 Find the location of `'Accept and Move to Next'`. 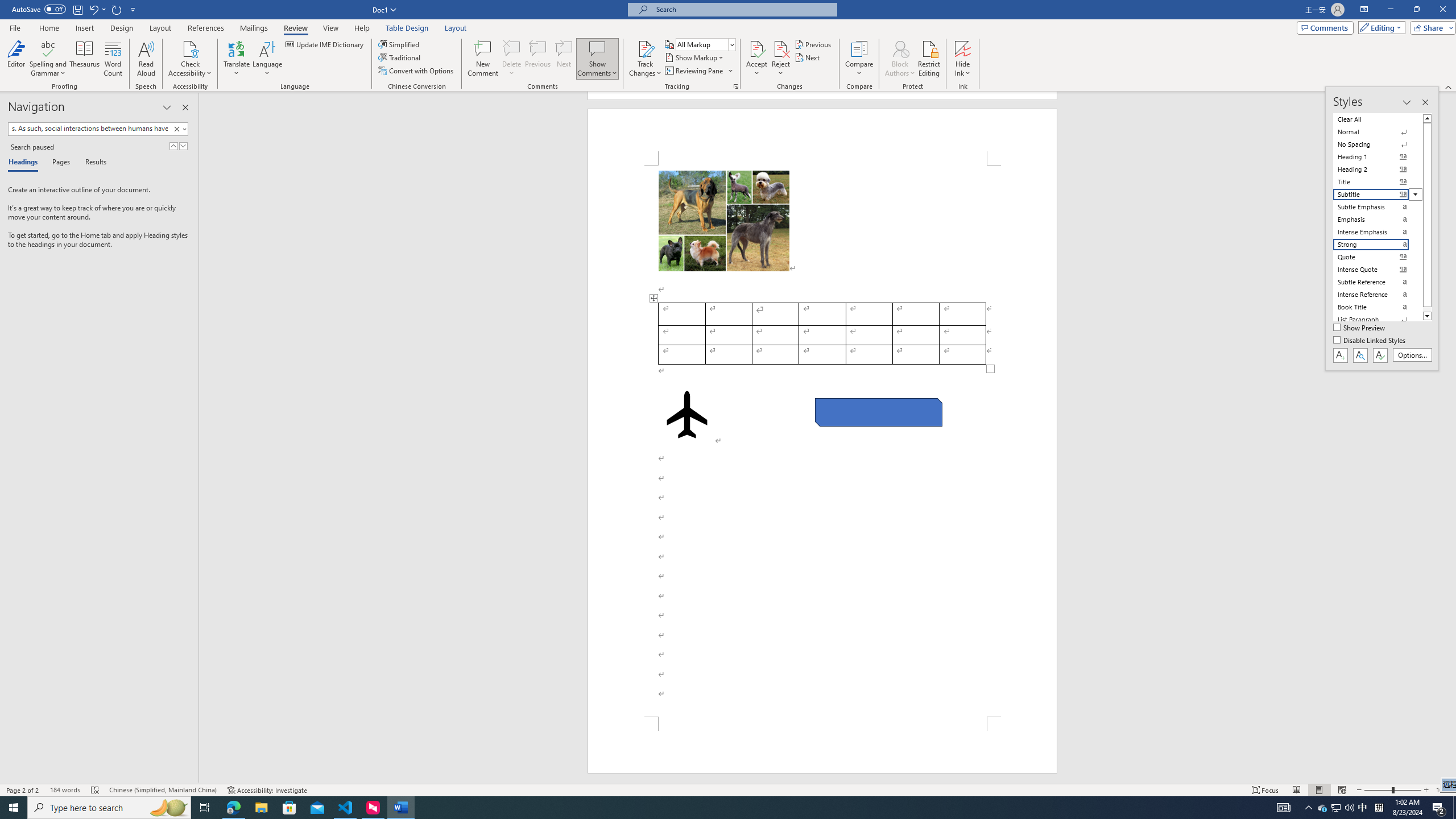

'Accept and Move to Next' is located at coordinates (756, 48).